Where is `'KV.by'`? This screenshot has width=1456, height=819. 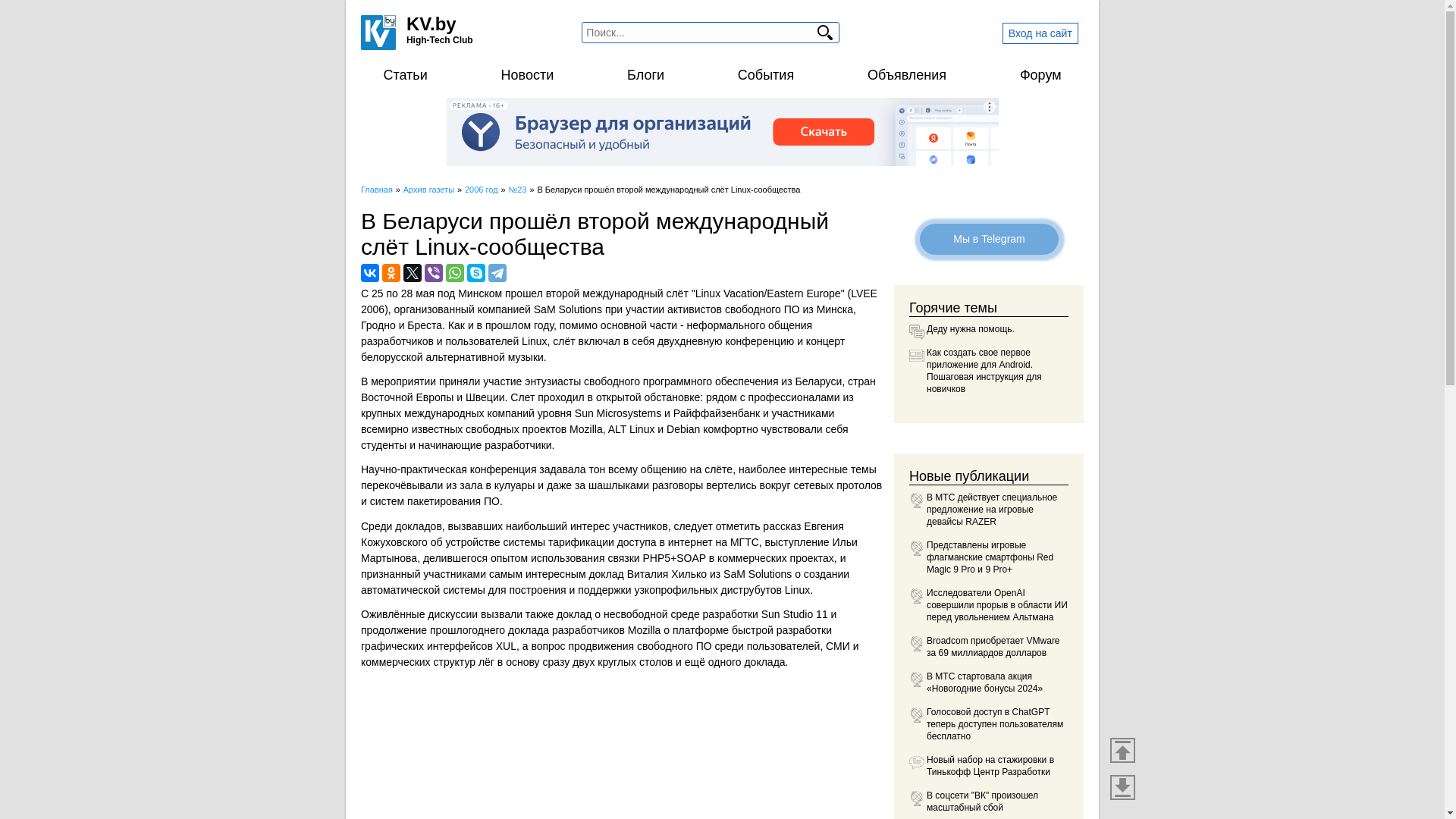
'KV.by' is located at coordinates (431, 24).